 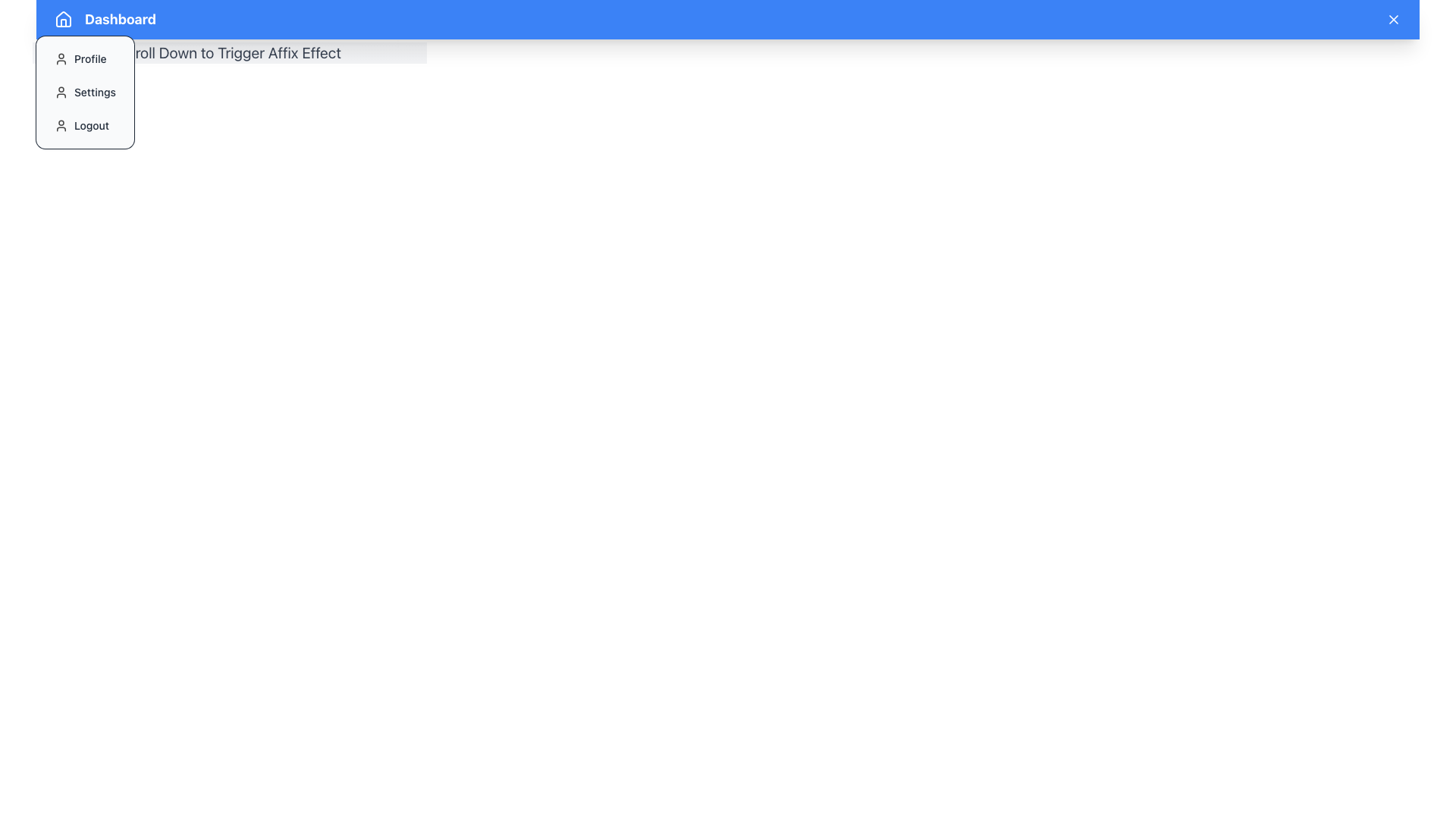 I want to click on the close button located on the far right side of the top header bar, which is positioned after the title 'Dashboard', so click(x=1394, y=20).